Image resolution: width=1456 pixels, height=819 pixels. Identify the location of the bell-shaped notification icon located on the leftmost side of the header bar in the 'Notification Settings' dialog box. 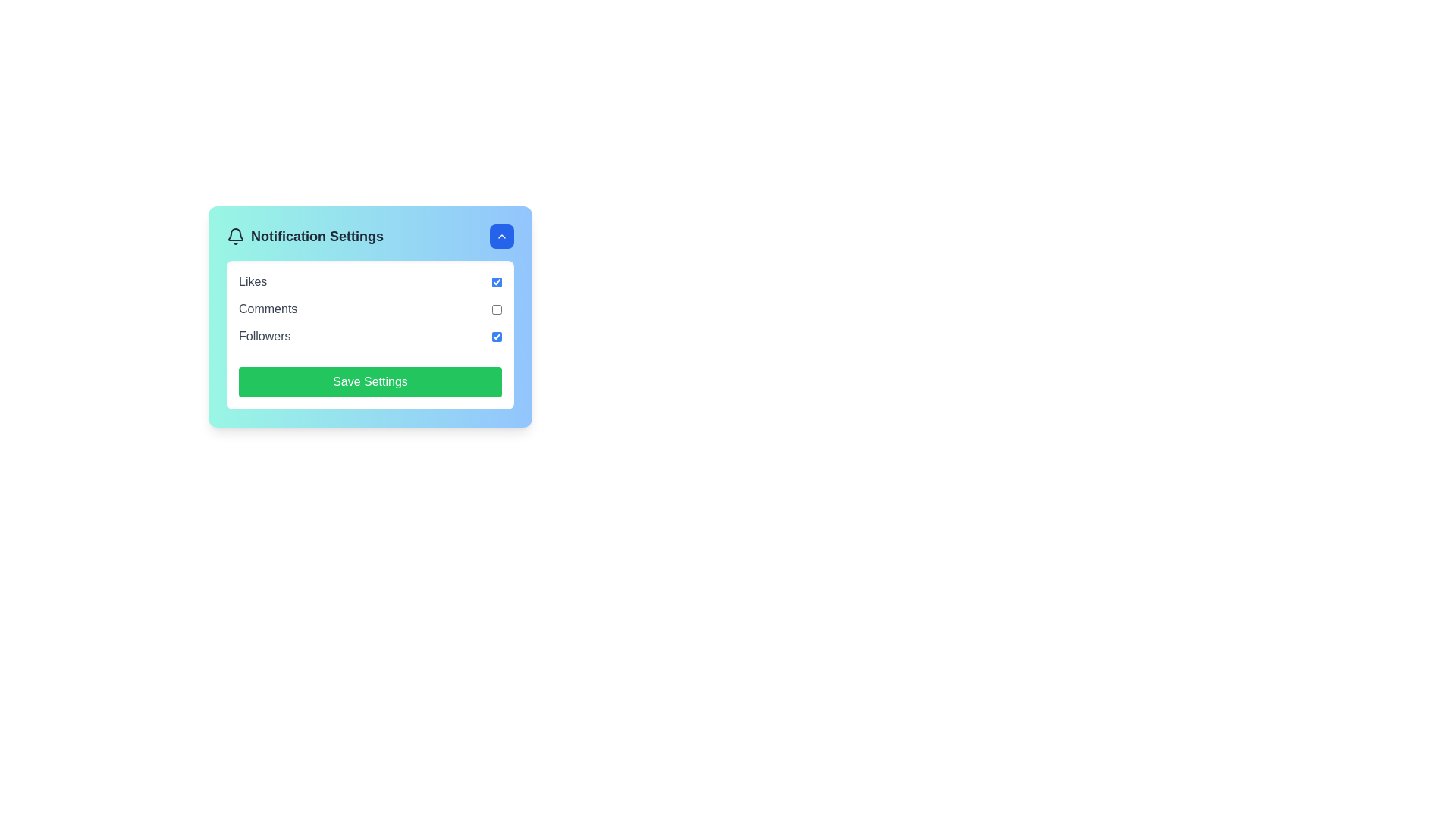
(235, 234).